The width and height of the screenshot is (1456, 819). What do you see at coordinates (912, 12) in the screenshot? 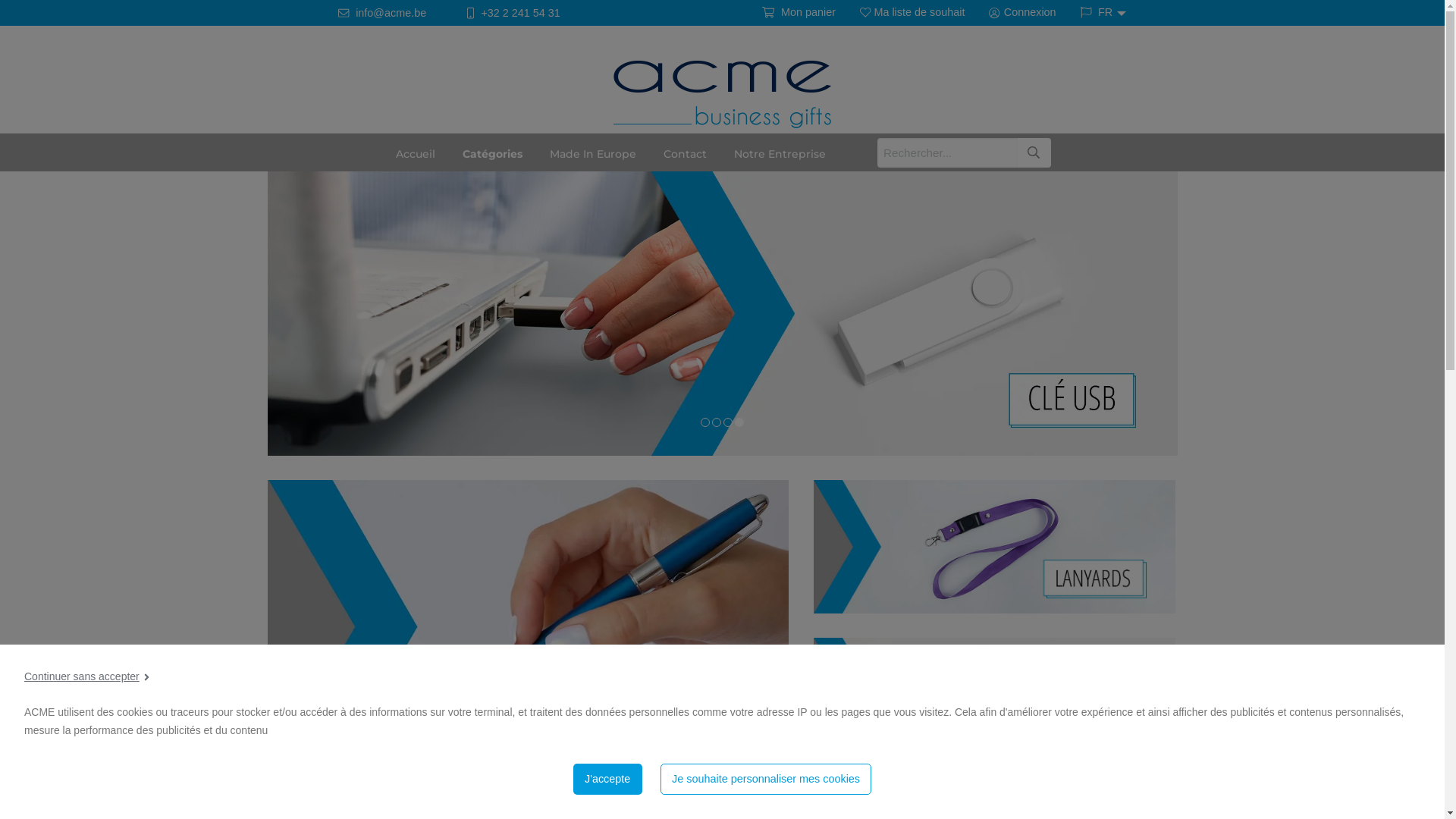
I see `'Ma liste de souhait'` at bounding box center [912, 12].